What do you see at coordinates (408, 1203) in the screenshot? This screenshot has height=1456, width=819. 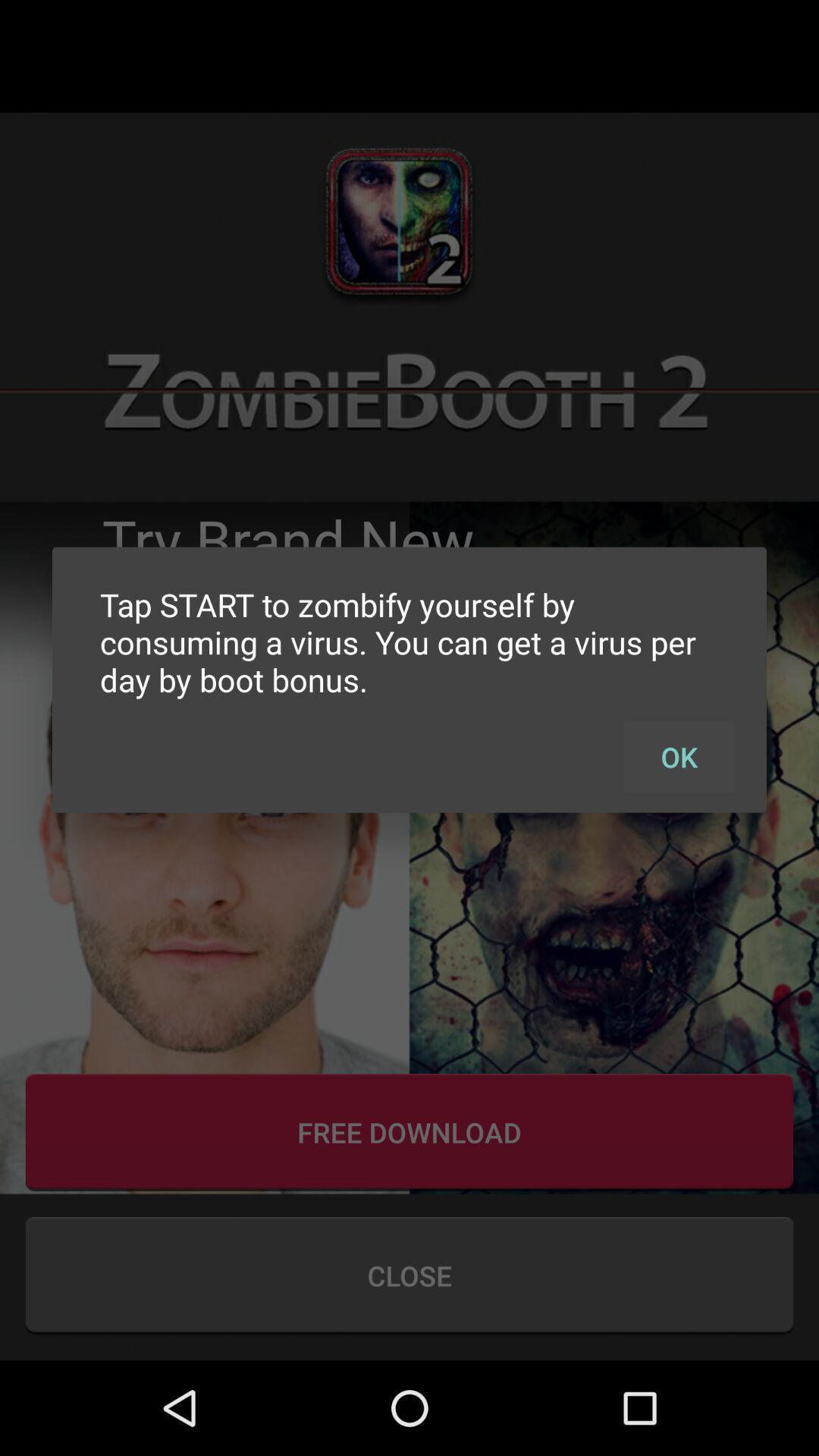 I see `the more icon` at bounding box center [408, 1203].